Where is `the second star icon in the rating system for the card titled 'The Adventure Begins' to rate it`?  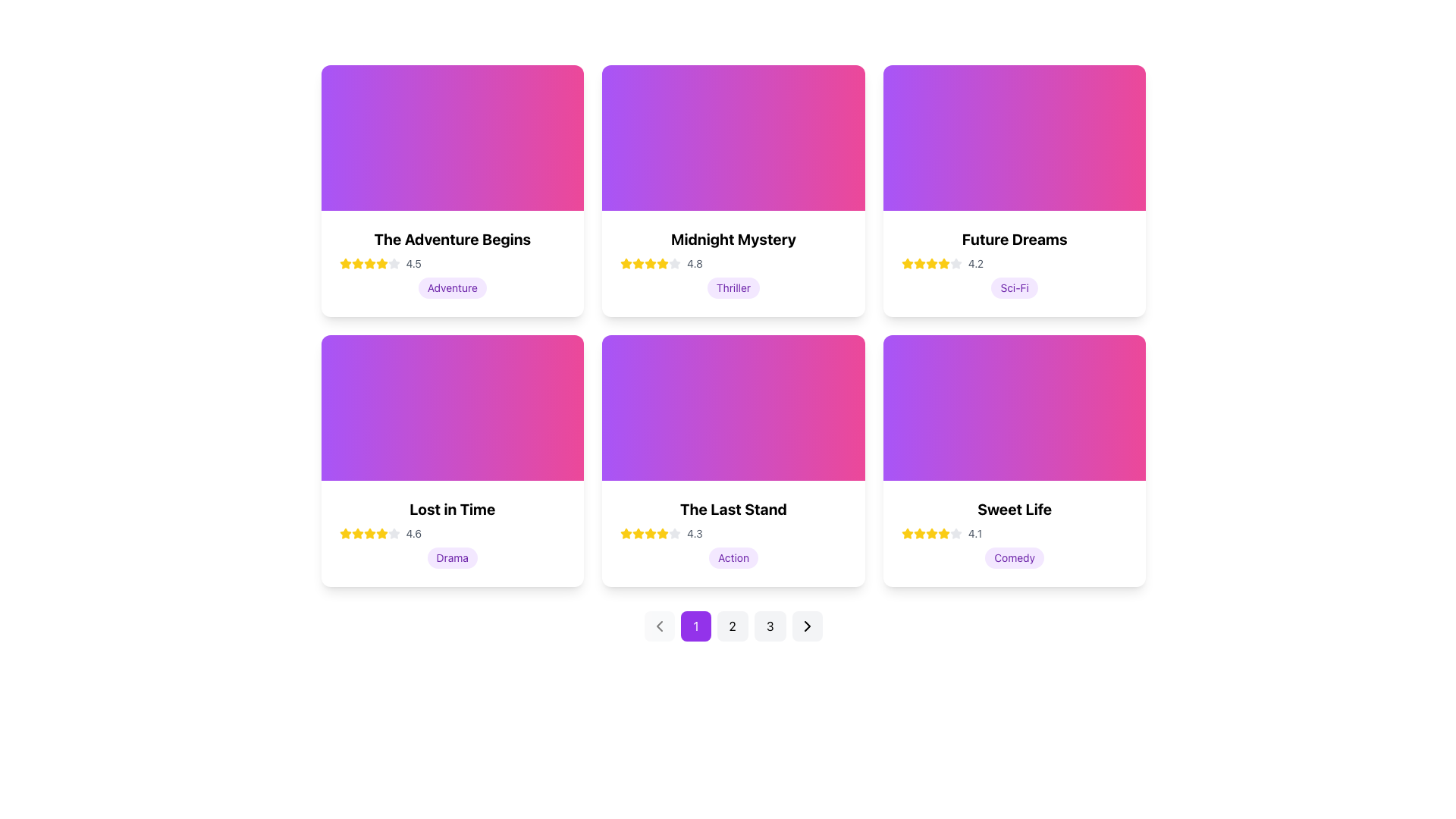 the second star icon in the rating system for the card titled 'The Adventure Begins' to rate it is located at coordinates (394, 262).